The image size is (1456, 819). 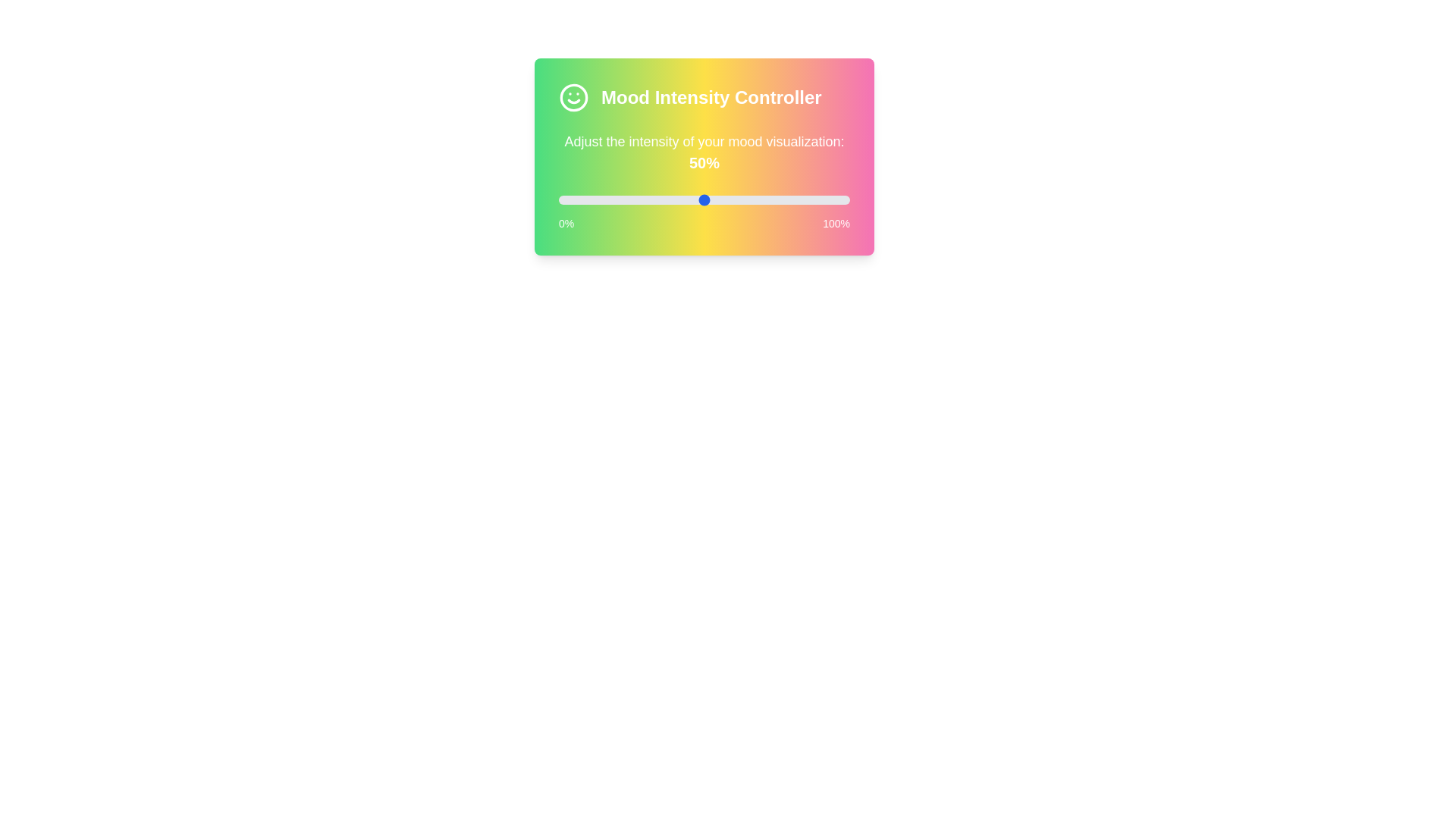 What do you see at coordinates (777, 199) in the screenshot?
I see `the slider to set mood intensity to 75%` at bounding box center [777, 199].